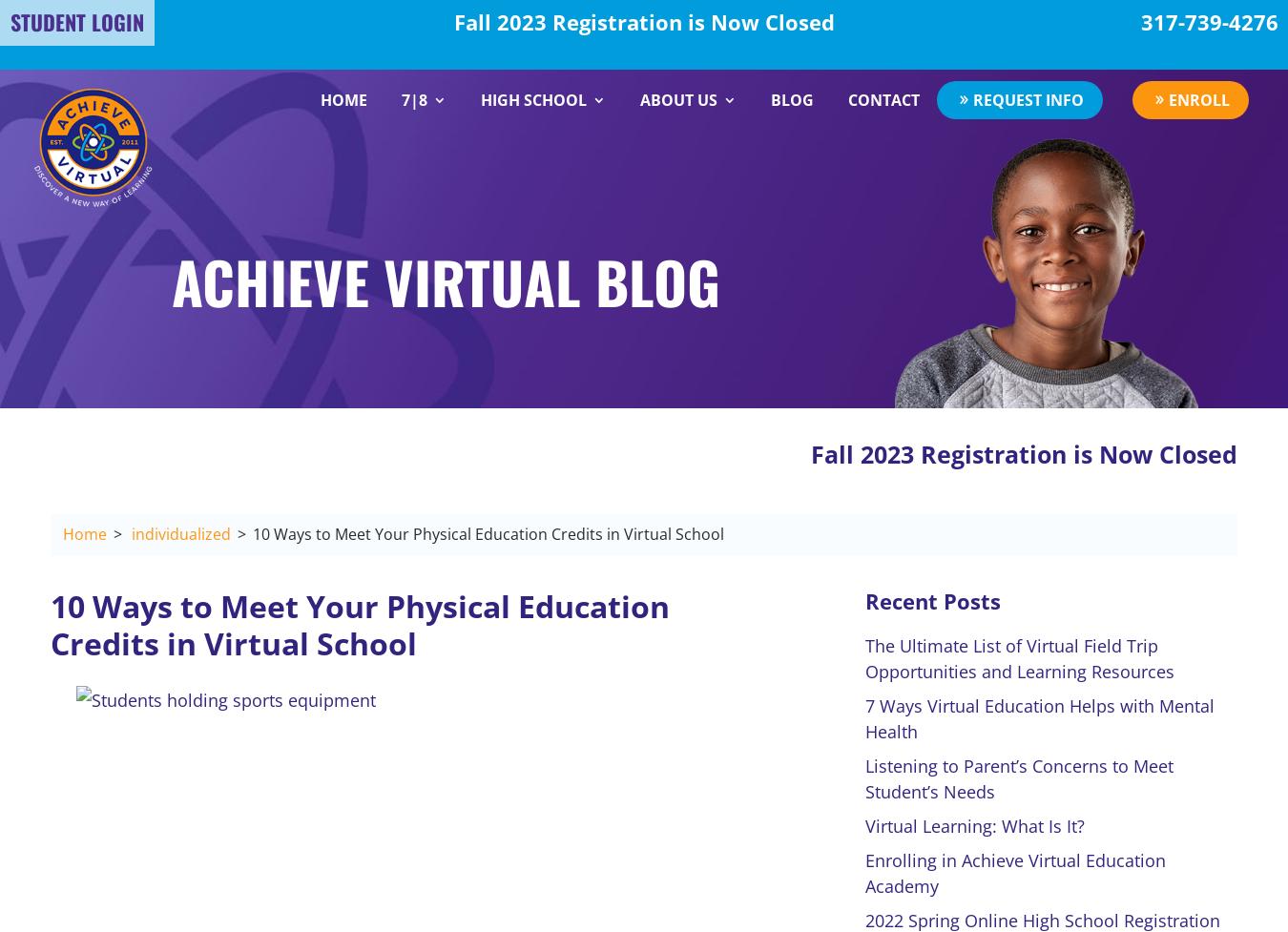  I want to click on 'For Students', so click(550, 208).